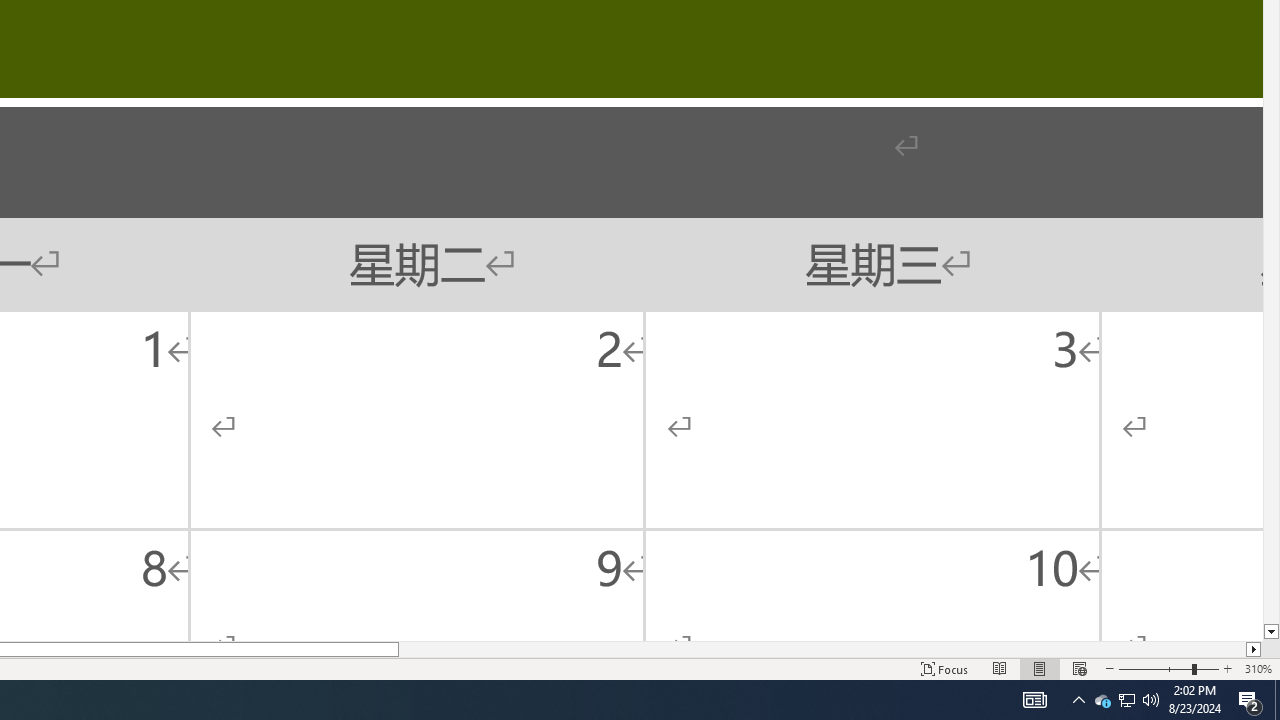  I want to click on 'Zoom In', so click(1226, 669).